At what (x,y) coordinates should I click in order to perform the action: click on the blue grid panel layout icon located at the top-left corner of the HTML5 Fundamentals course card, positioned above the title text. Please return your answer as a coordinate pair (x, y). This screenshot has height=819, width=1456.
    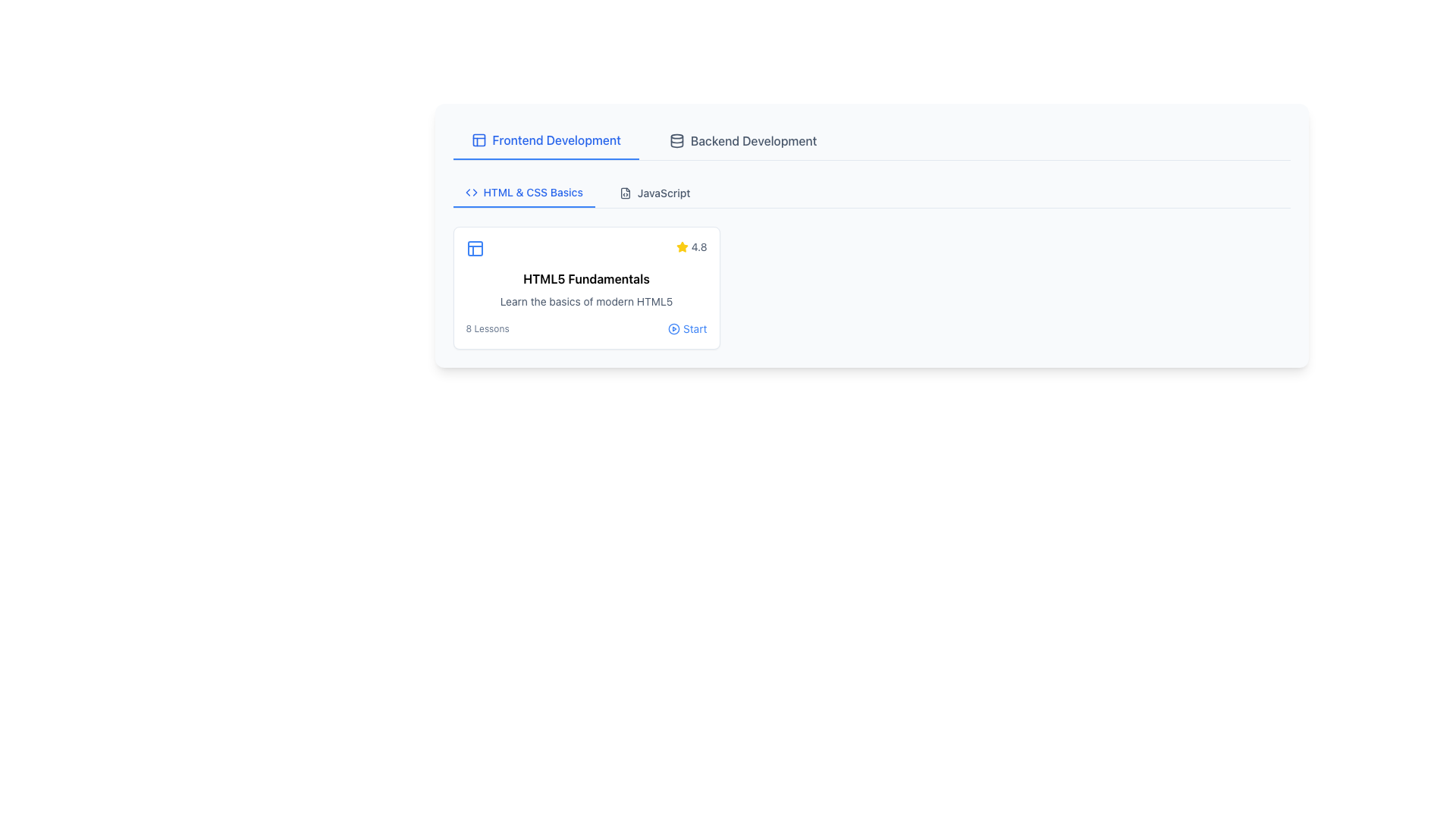
    Looking at the image, I should click on (474, 247).